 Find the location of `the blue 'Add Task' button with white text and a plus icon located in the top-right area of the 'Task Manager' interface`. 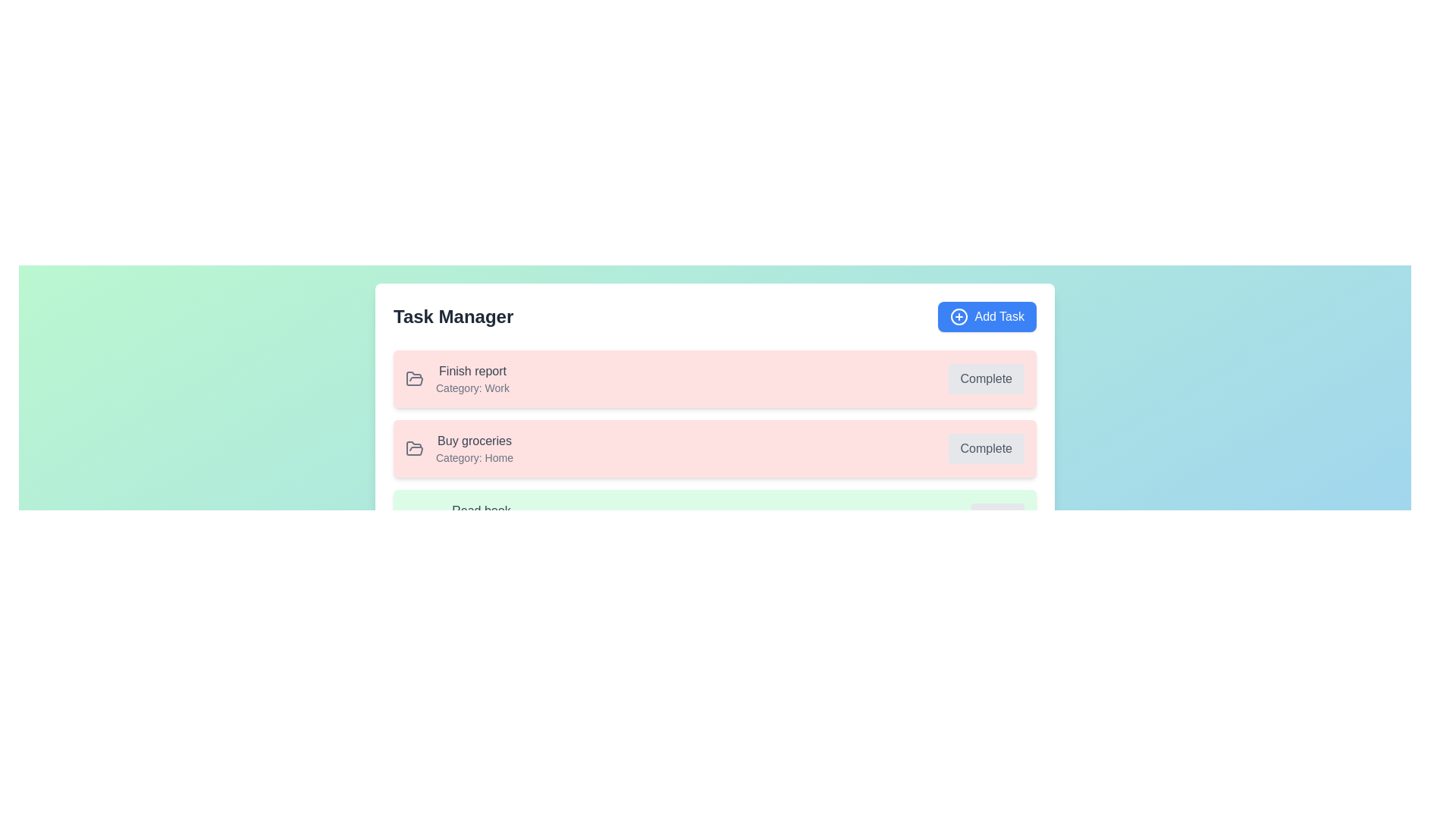

the blue 'Add Task' button with white text and a plus icon located in the top-right area of the 'Task Manager' interface is located at coordinates (987, 315).